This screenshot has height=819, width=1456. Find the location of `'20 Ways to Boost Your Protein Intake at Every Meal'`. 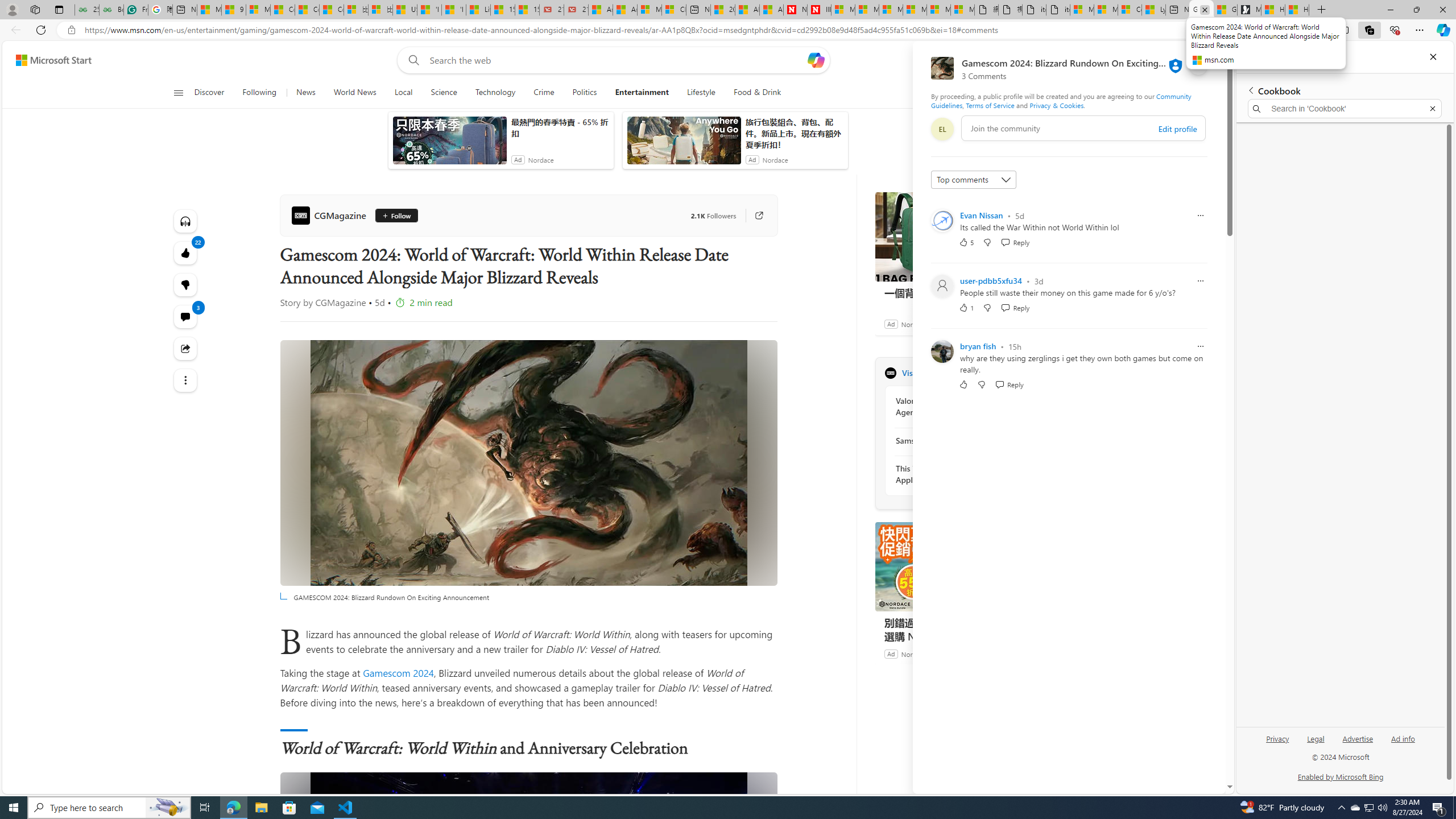

'20 Ways to Boost Your Protein Intake at Every Meal' is located at coordinates (723, 9).